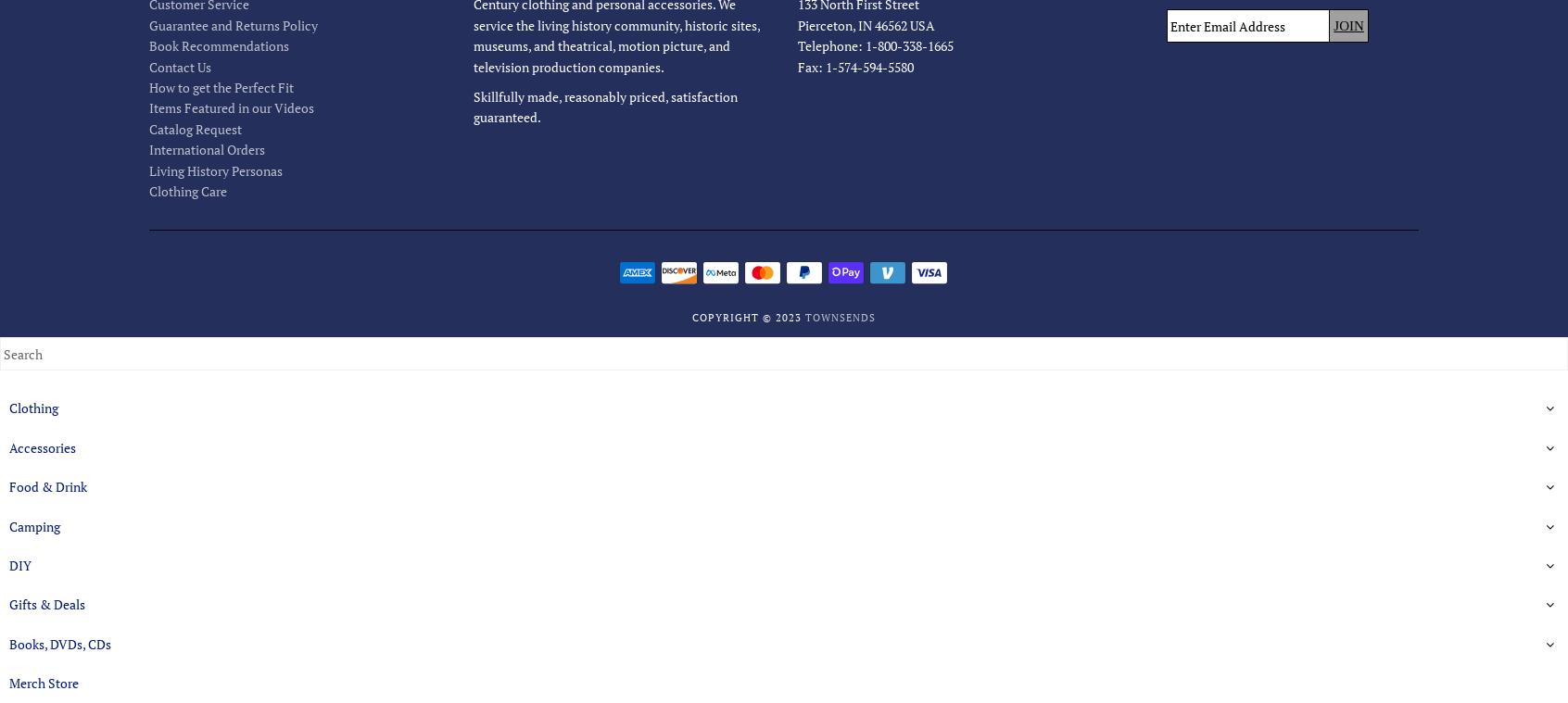  What do you see at coordinates (604, 106) in the screenshot?
I see `'Skillfully made, reasonably priced, satisfaction guaranteed.'` at bounding box center [604, 106].